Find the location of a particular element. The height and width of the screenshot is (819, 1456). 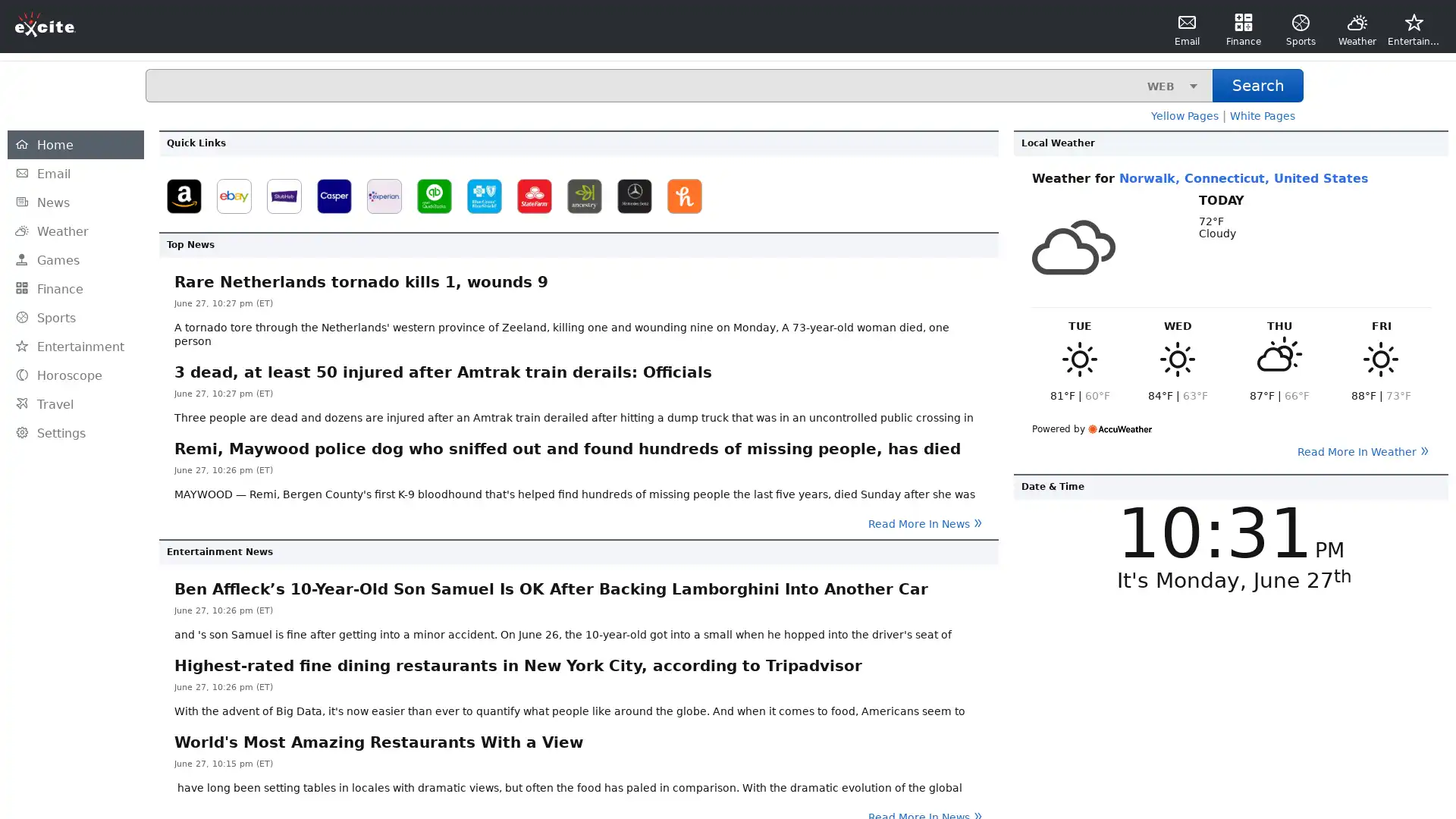

Search is located at coordinates (1258, 85).